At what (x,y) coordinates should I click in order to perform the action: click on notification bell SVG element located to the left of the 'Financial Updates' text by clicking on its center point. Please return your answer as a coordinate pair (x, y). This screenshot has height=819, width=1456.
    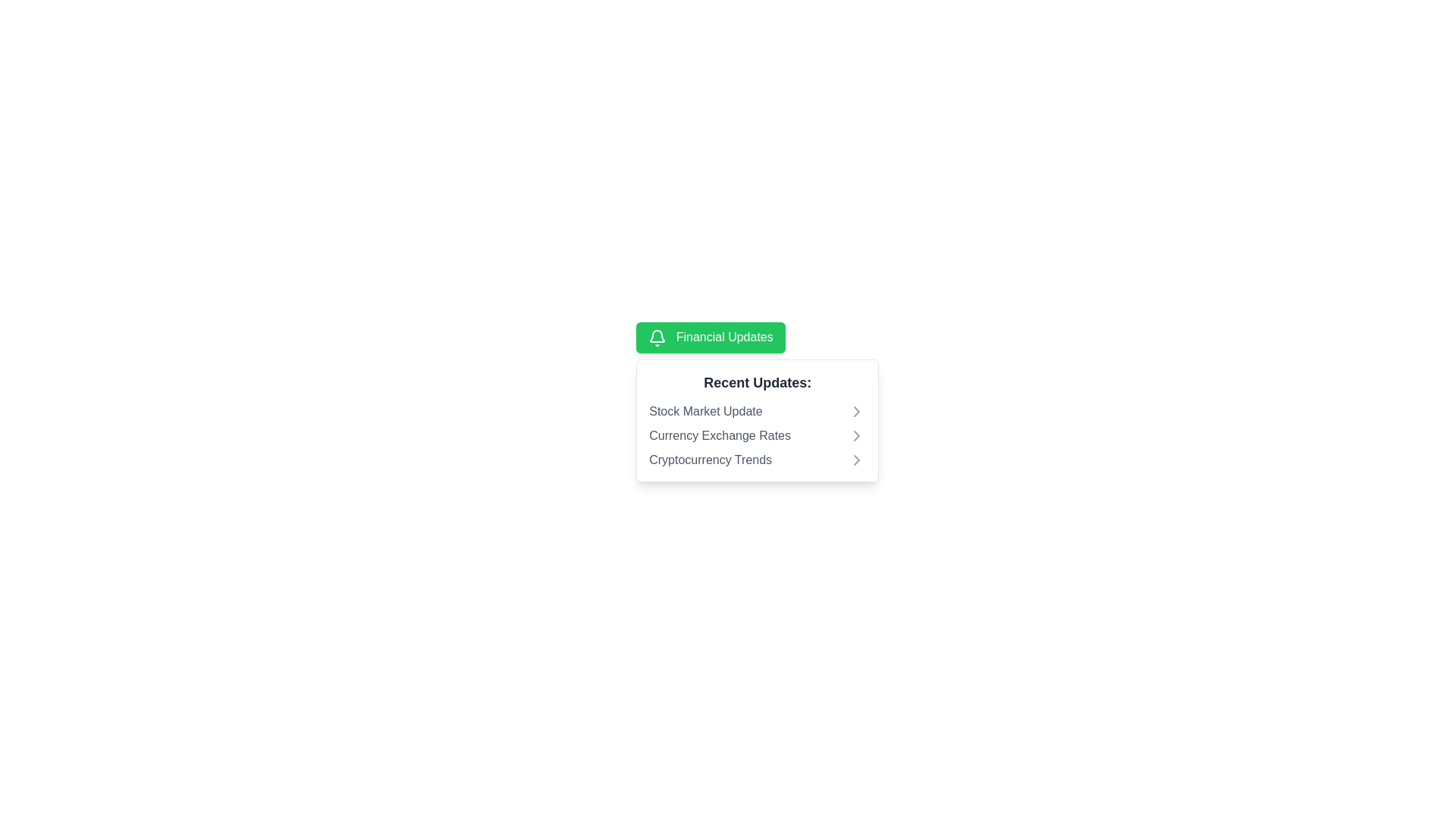
    Looking at the image, I should click on (657, 335).